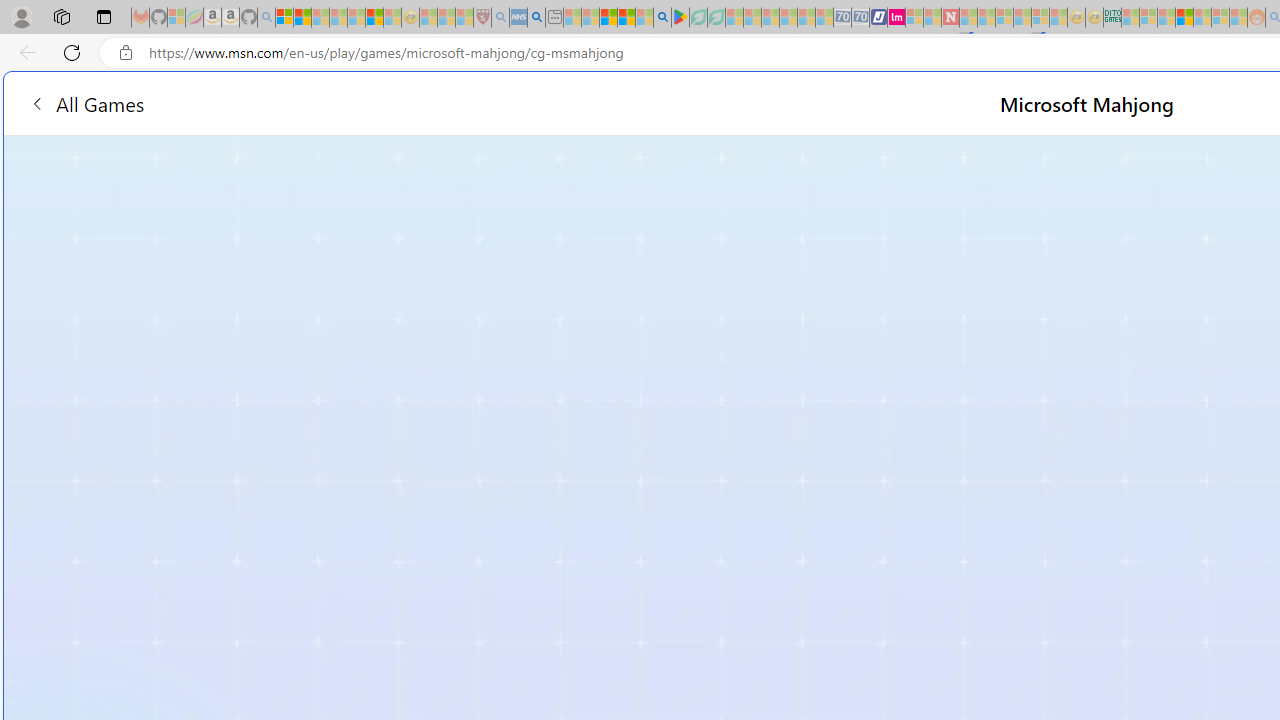 This screenshot has height=720, width=1280. I want to click on 'Bluey: Let', so click(680, 17).